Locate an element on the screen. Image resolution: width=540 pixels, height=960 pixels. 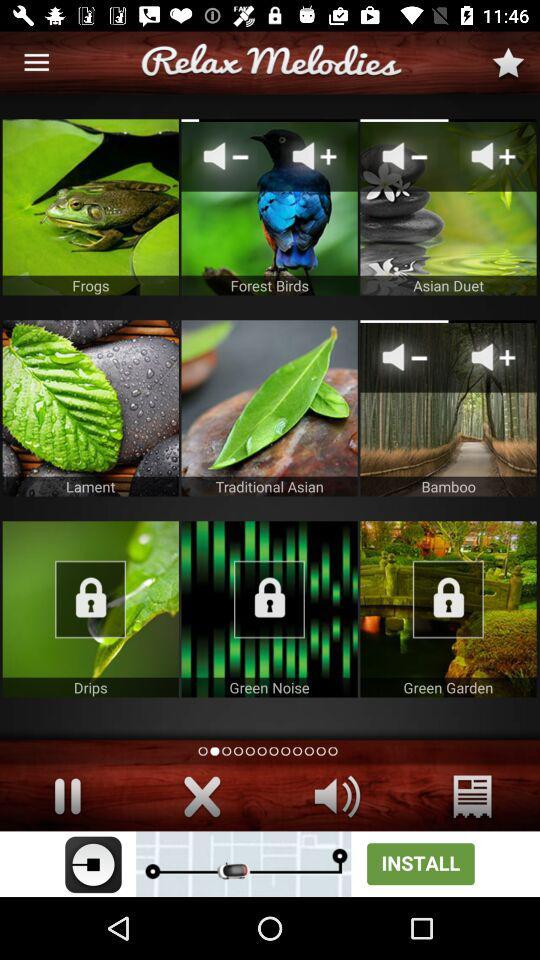
sound is located at coordinates (202, 796).